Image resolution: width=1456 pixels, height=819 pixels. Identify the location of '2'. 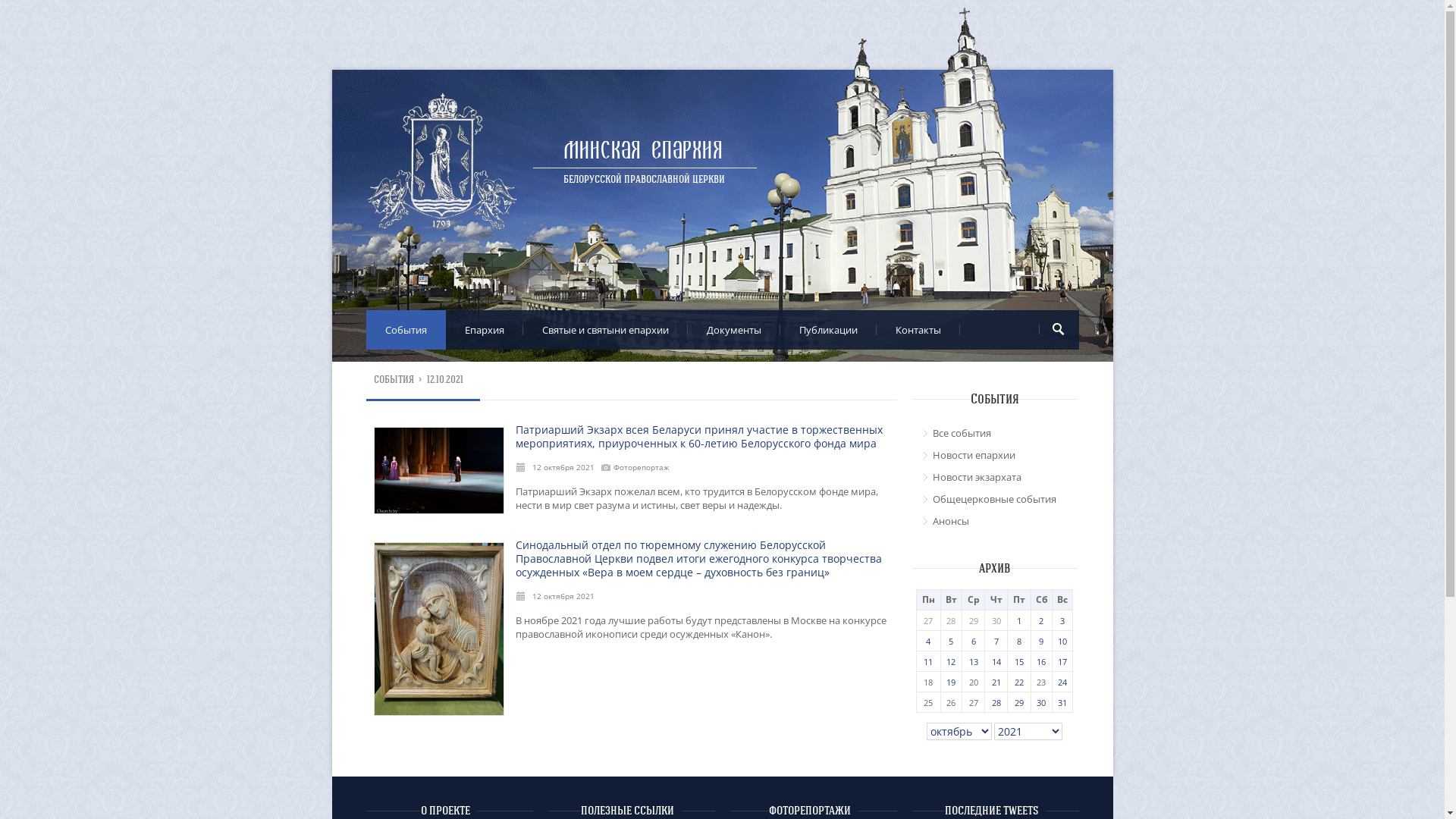
(1040, 620).